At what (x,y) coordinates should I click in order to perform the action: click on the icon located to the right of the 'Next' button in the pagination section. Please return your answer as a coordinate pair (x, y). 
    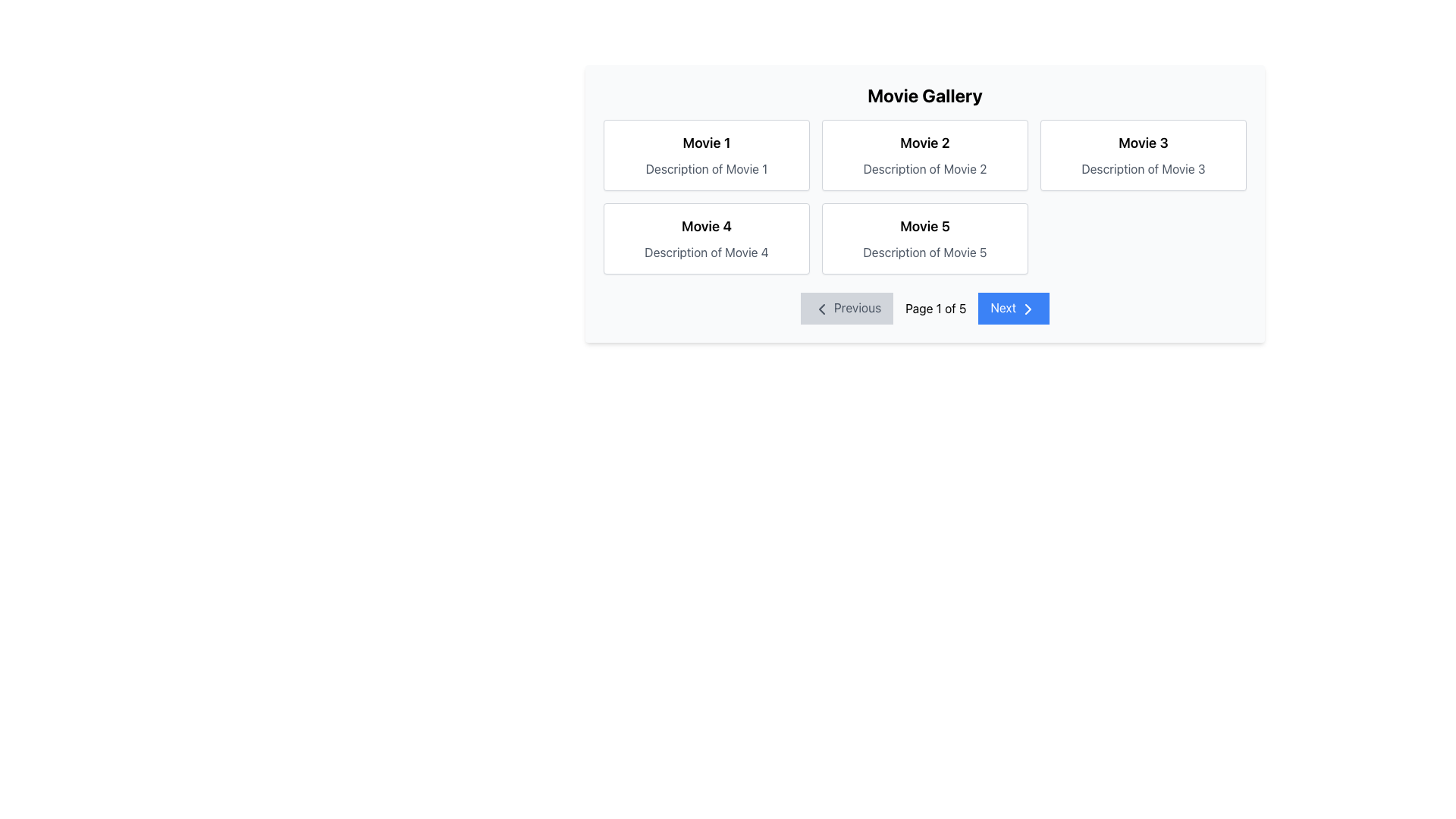
    Looking at the image, I should click on (1028, 308).